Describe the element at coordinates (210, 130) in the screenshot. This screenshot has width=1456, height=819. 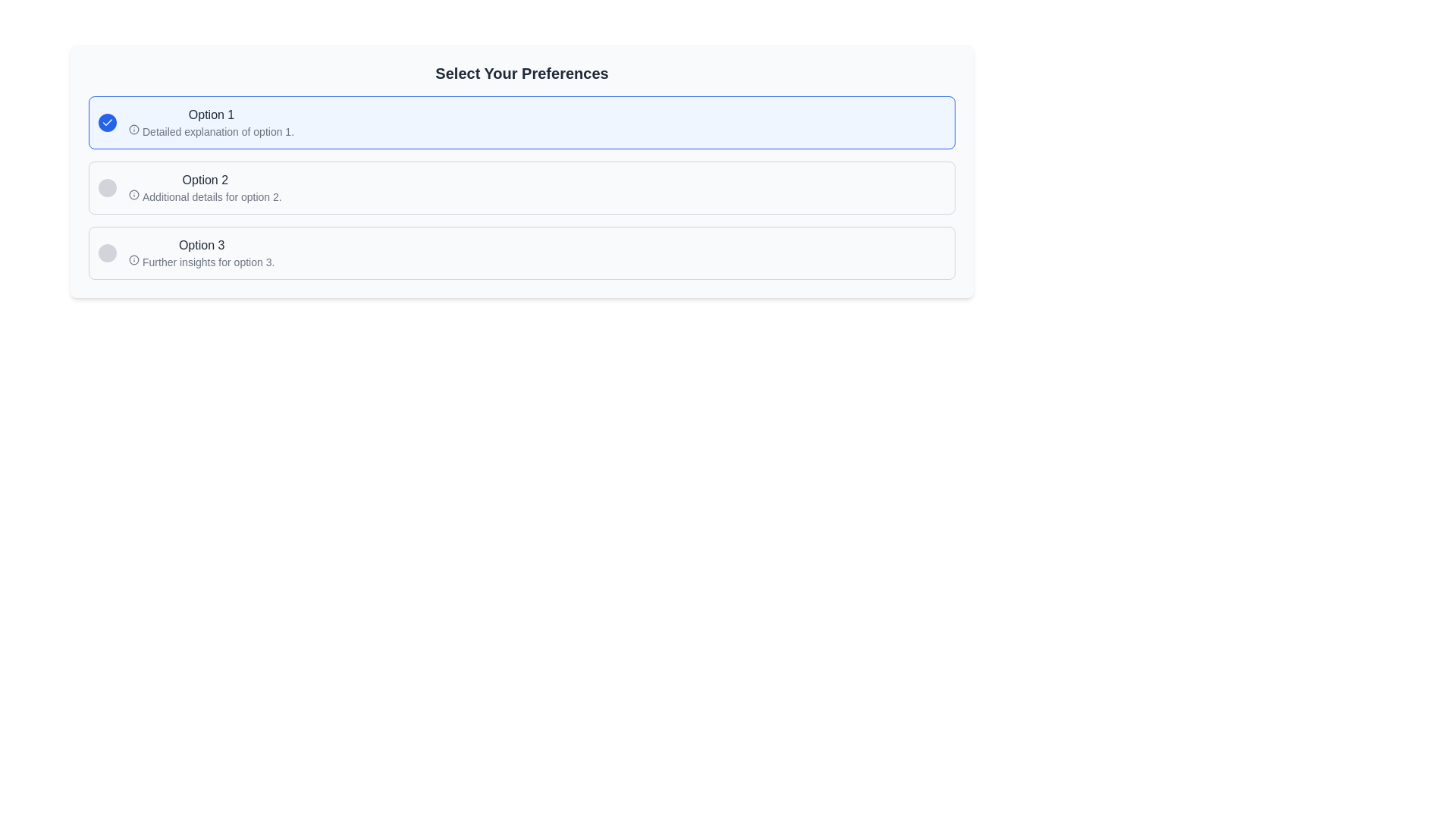
I see `the static descriptive text with an informational icon located beneath 'Option 1' in the first selectable option` at that location.